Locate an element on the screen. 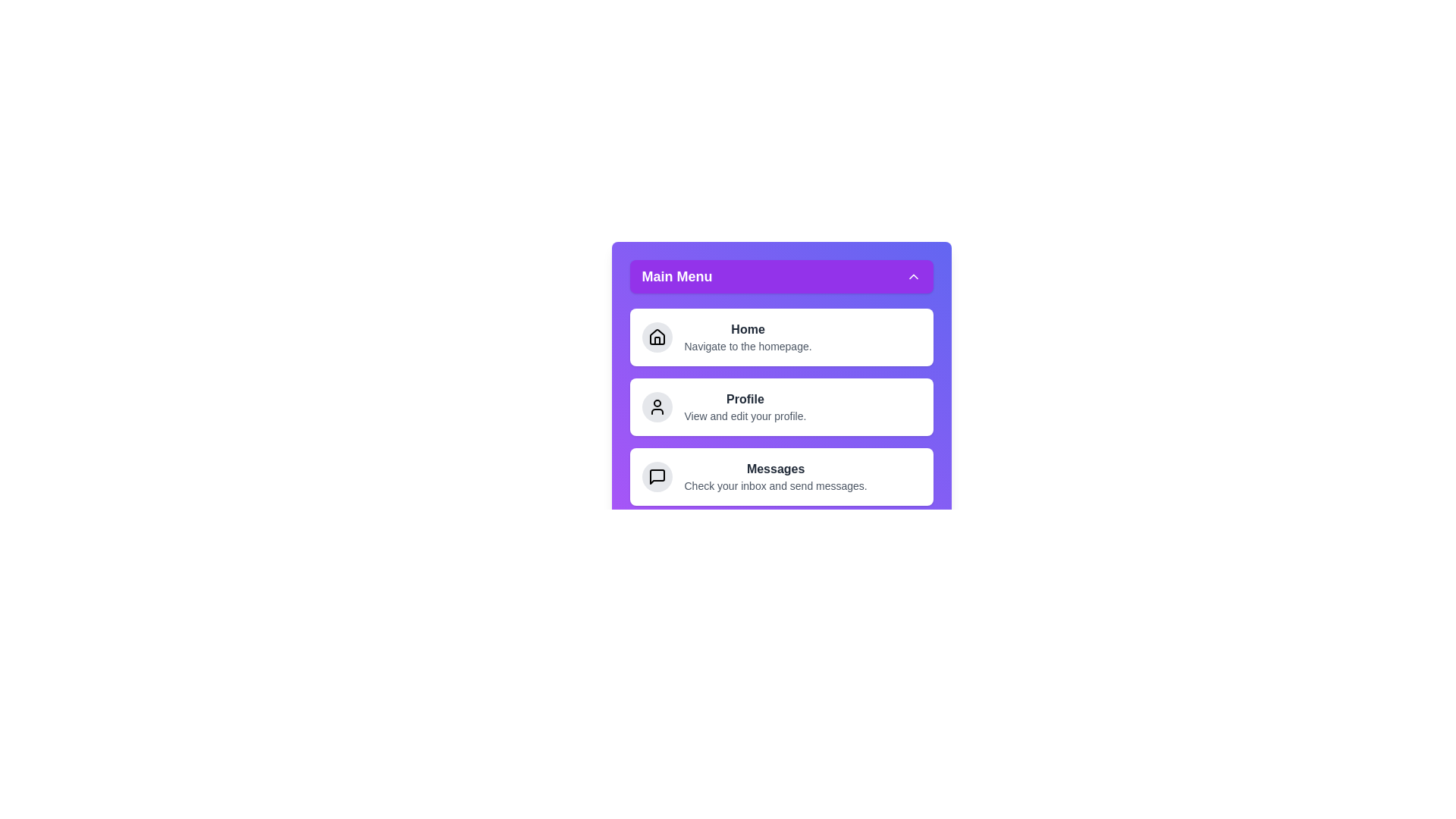 This screenshot has height=819, width=1456. the 'Main Menu' button to toggle the visibility of the menu is located at coordinates (781, 277).